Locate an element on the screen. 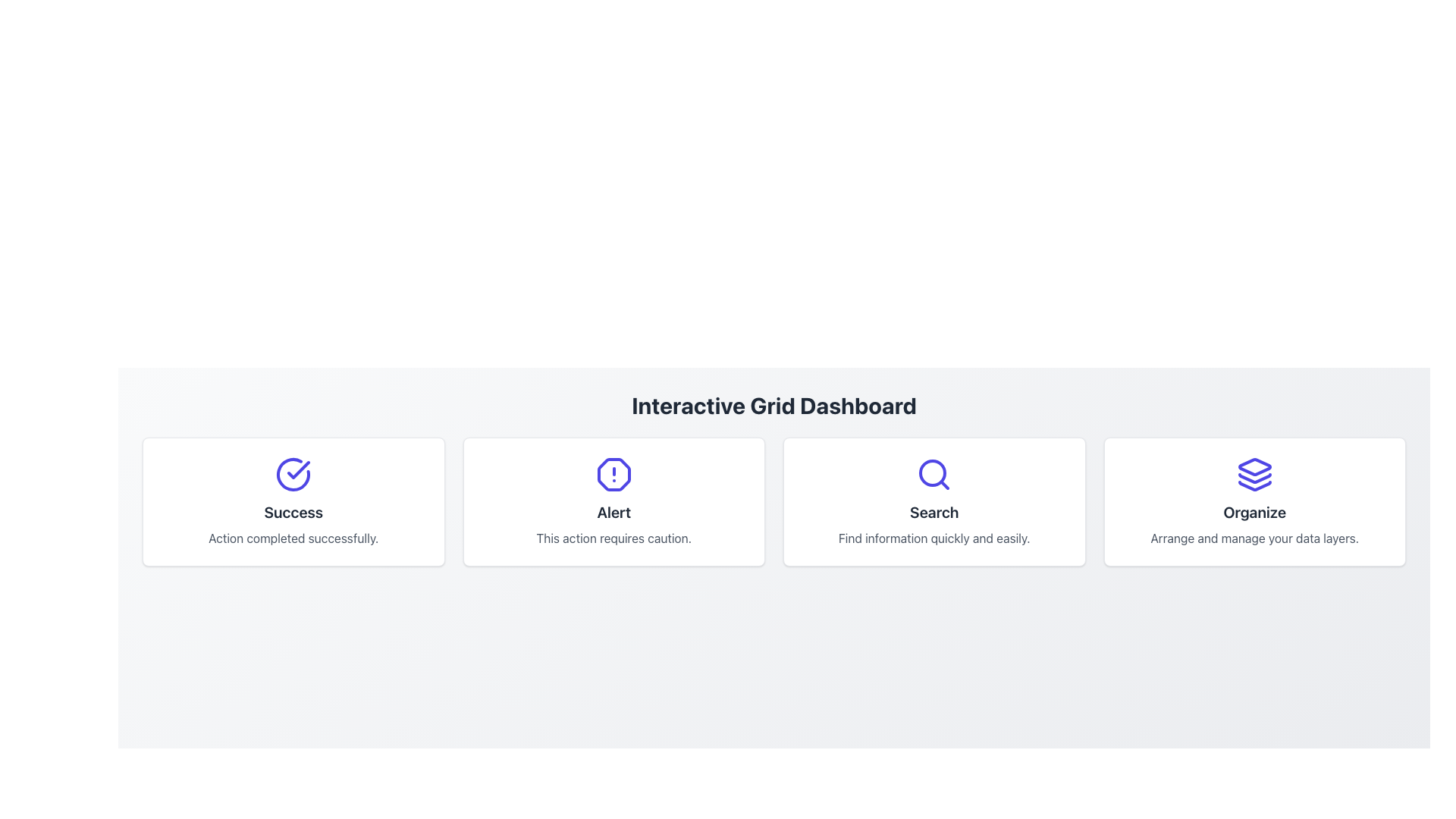 This screenshot has height=819, width=1456. the label that displays the text 'Action completed successfully.' which is styled in gray and positioned below the 'Success' header within a card layout is located at coordinates (293, 537).